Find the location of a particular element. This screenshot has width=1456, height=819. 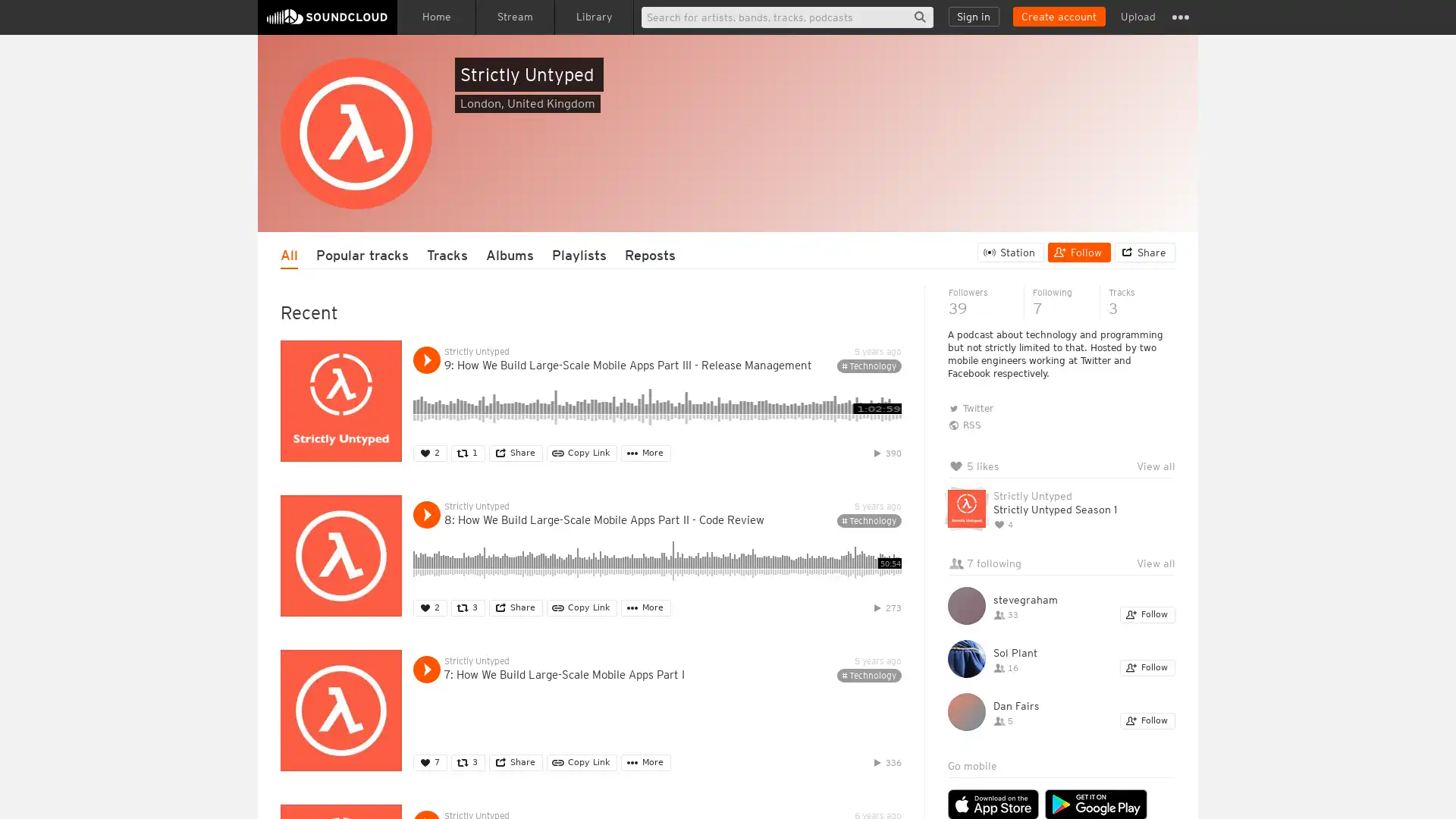

Like is located at coordinates (429, 607).